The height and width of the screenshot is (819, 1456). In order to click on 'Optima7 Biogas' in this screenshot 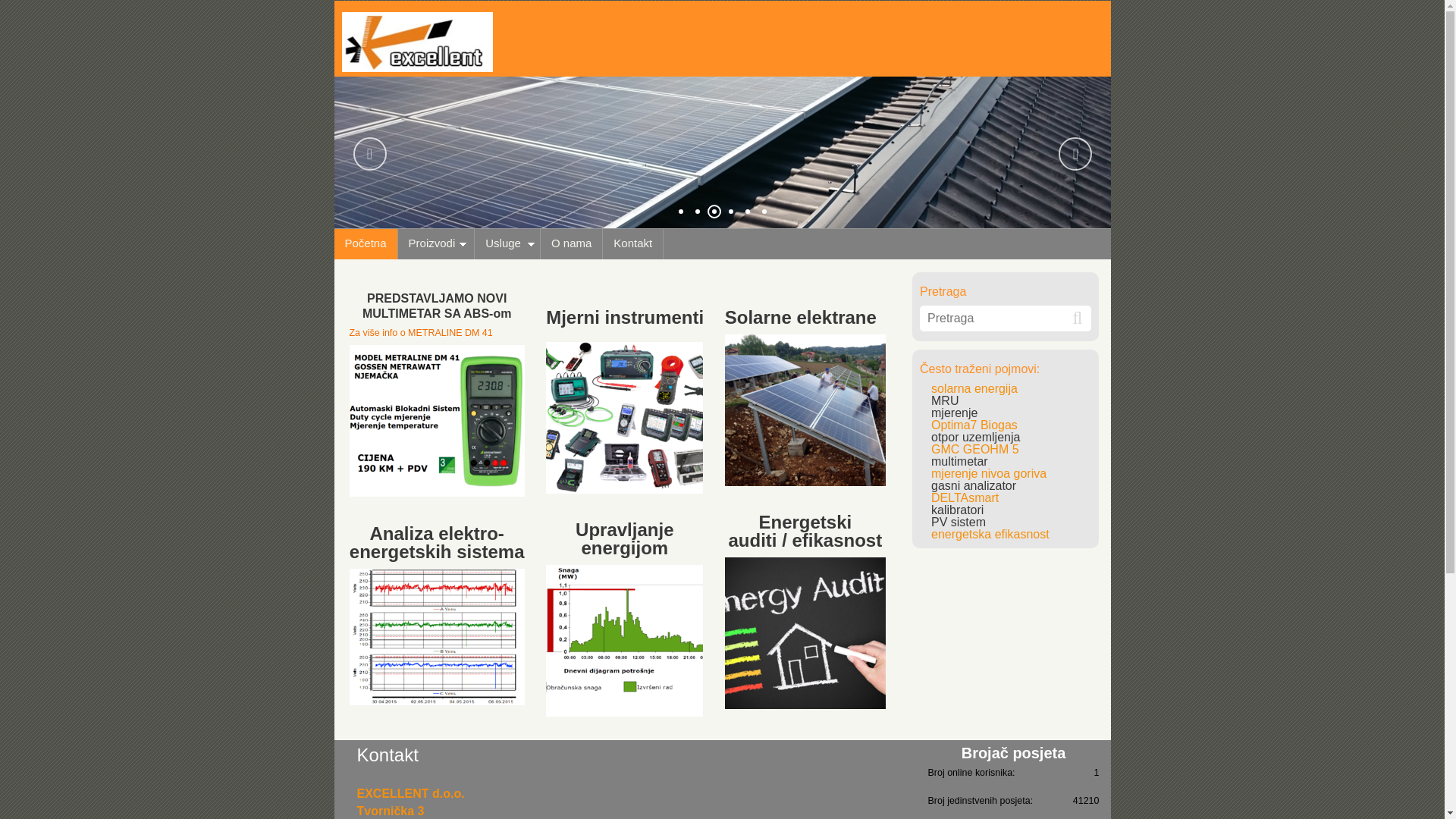, I will do `click(974, 425)`.